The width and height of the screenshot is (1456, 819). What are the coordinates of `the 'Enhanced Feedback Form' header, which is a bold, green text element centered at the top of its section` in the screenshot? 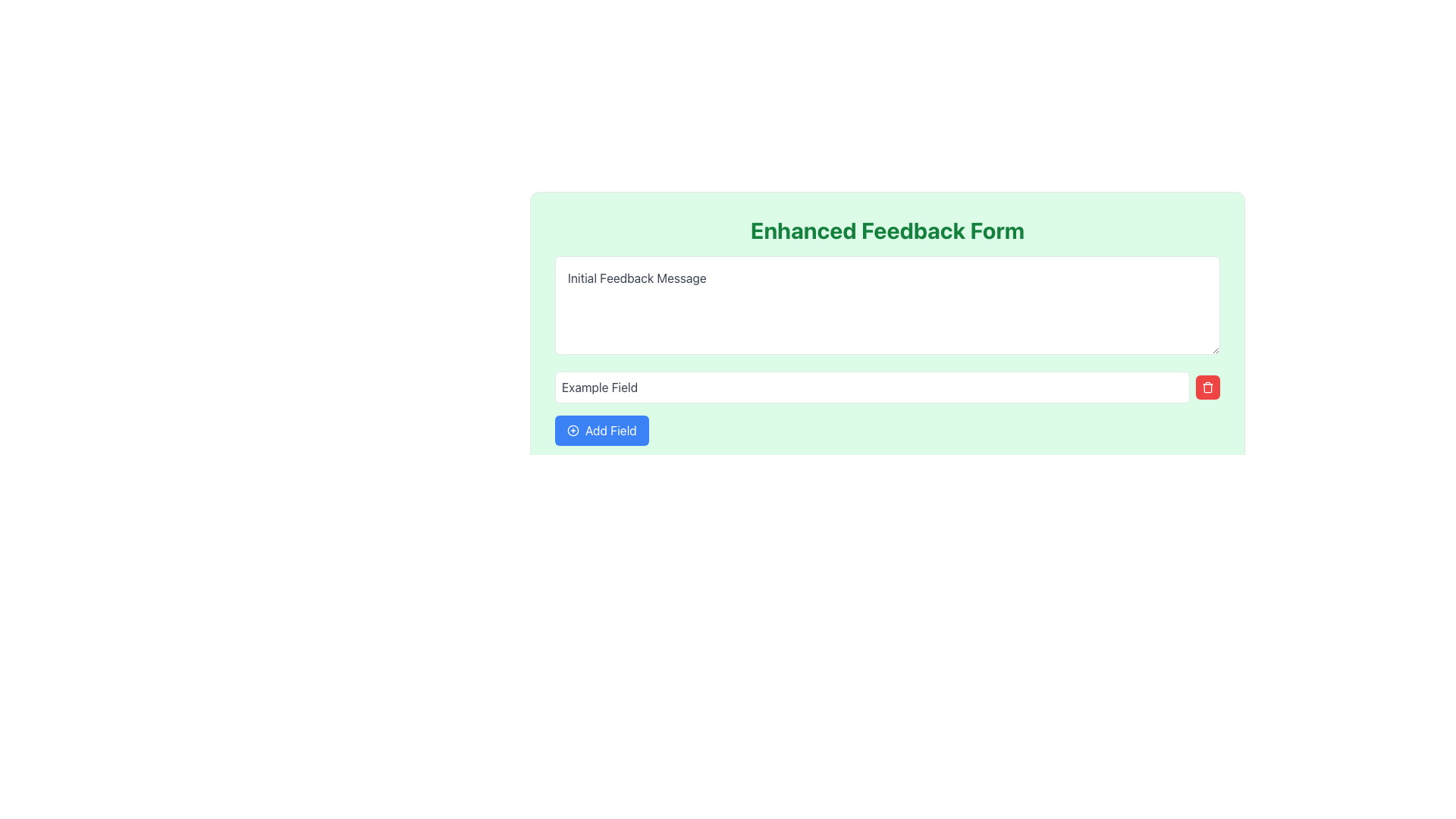 It's located at (887, 231).